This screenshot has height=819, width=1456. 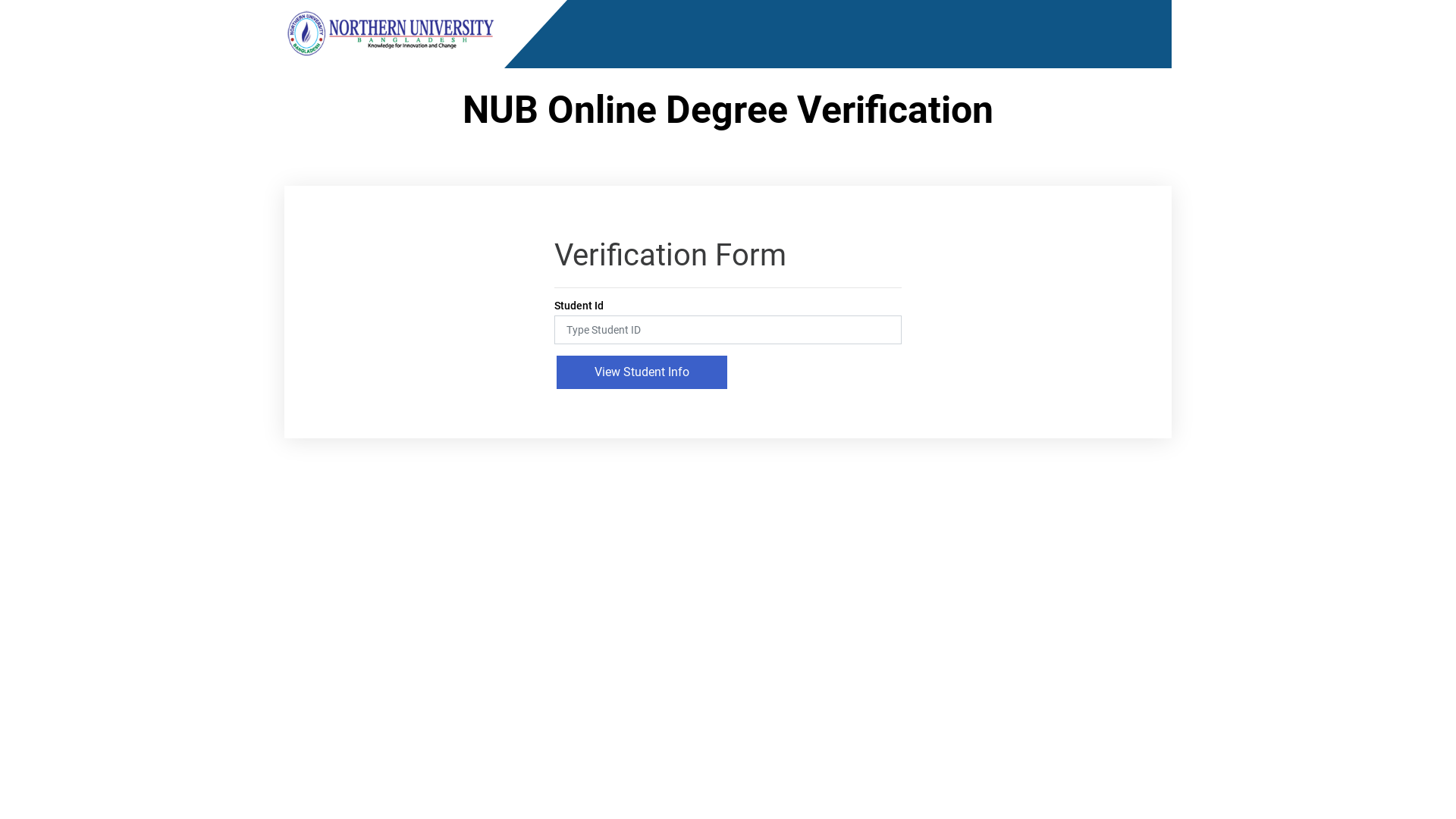 What do you see at coordinates (642, 372) in the screenshot?
I see `'View Student Info'` at bounding box center [642, 372].